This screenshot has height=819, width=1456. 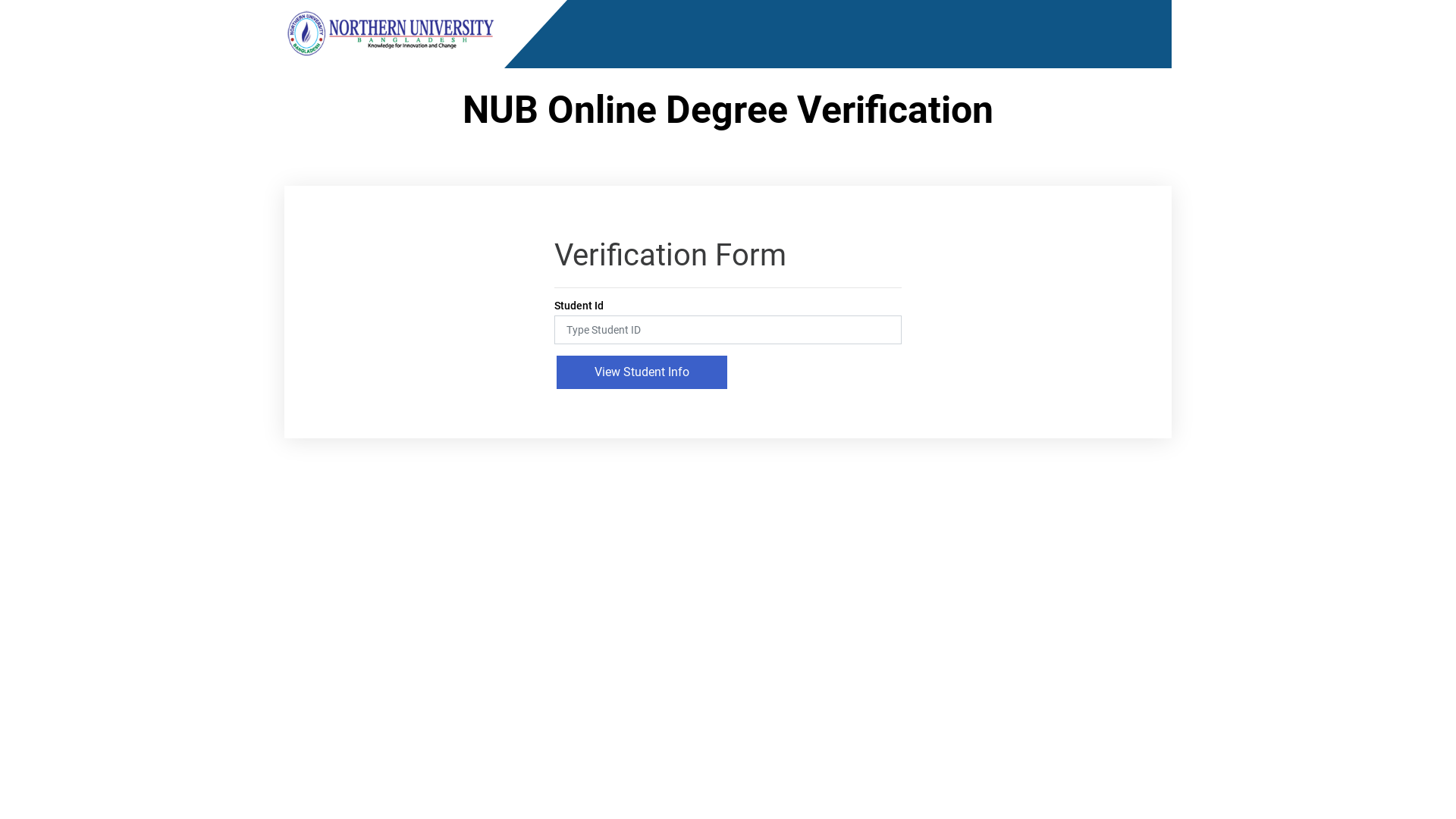 What do you see at coordinates (642, 372) in the screenshot?
I see `'View Student Info'` at bounding box center [642, 372].